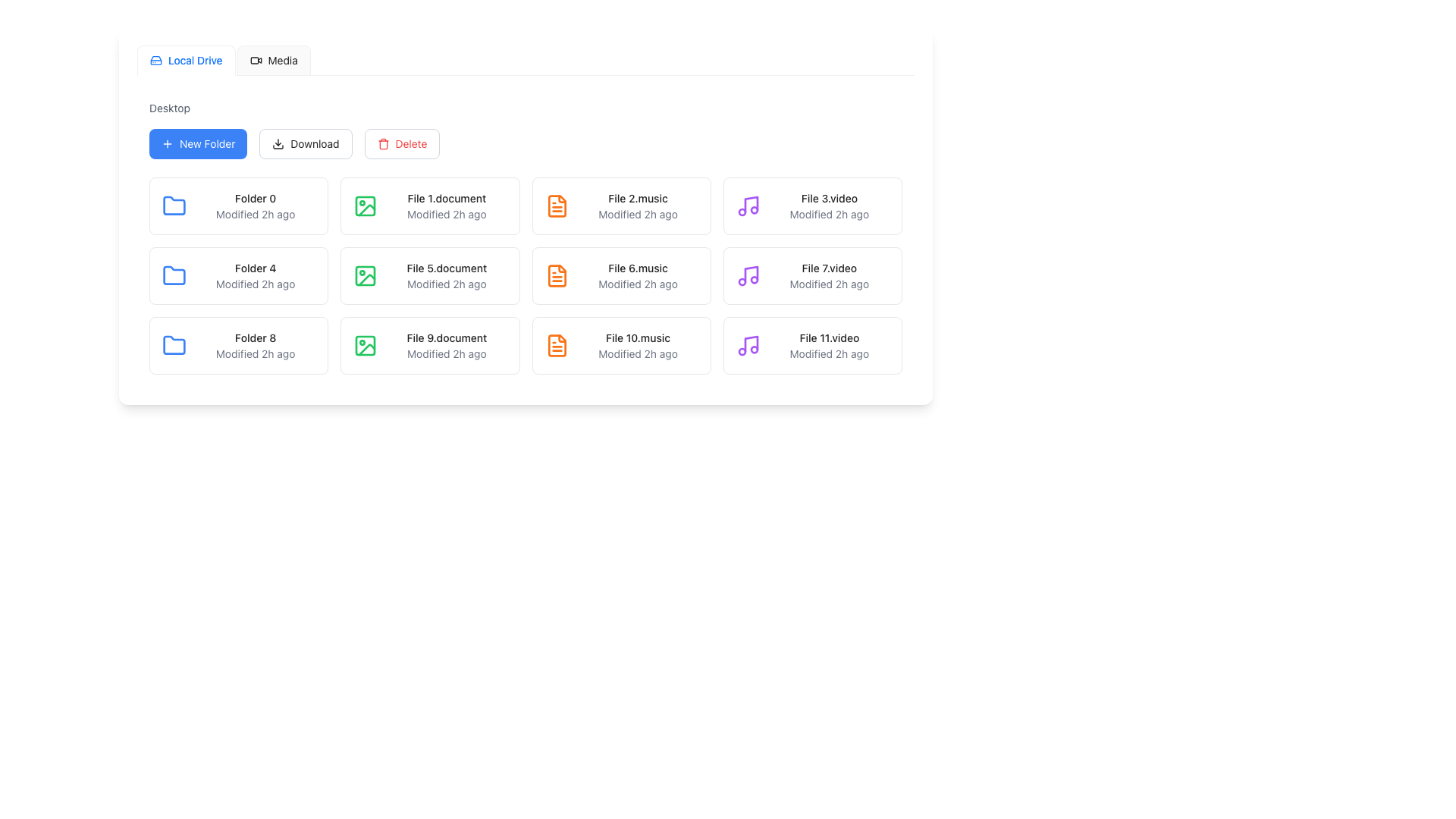  What do you see at coordinates (185, 60) in the screenshot?
I see `the 'Local Drive' navigation tab, which is the first tab on the navigation bar at the top of the page` at bounding box center [185, 60].